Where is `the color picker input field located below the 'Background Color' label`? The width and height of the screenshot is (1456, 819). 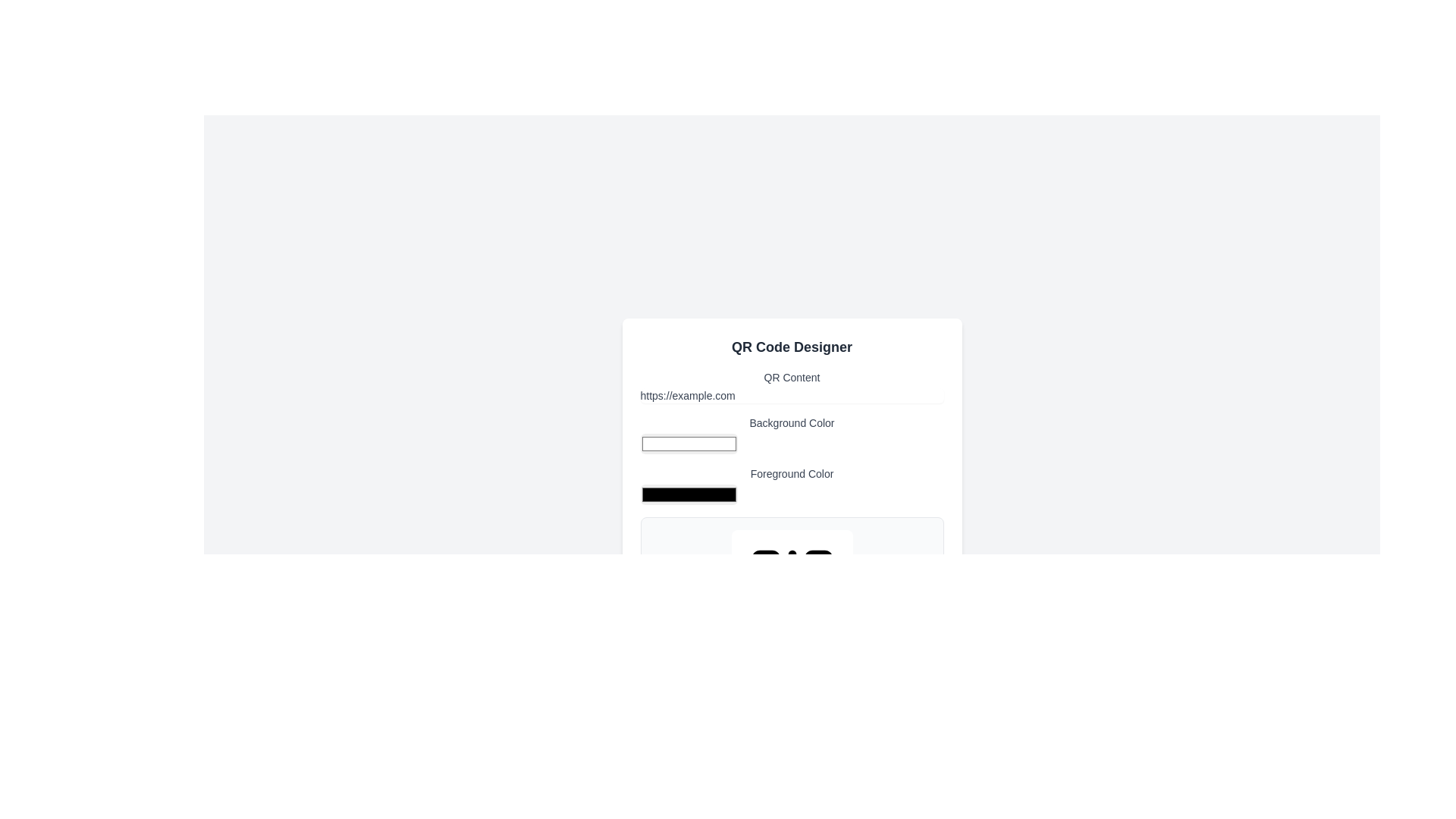
the color picker input field located below the 'Background Color' label is located at coordinates (688, 444).